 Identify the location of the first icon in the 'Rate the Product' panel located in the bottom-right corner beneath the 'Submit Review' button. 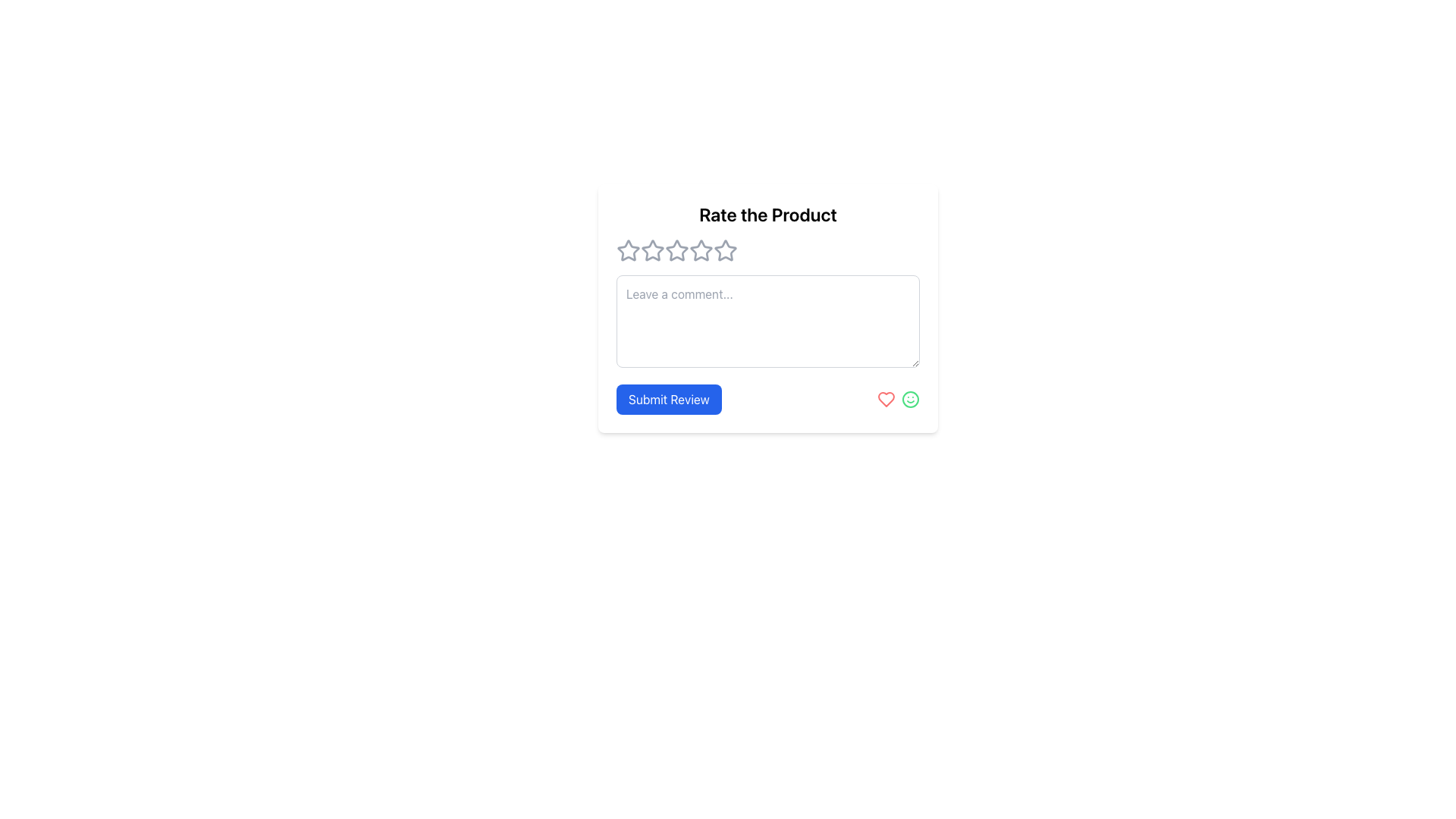
(886, 399).